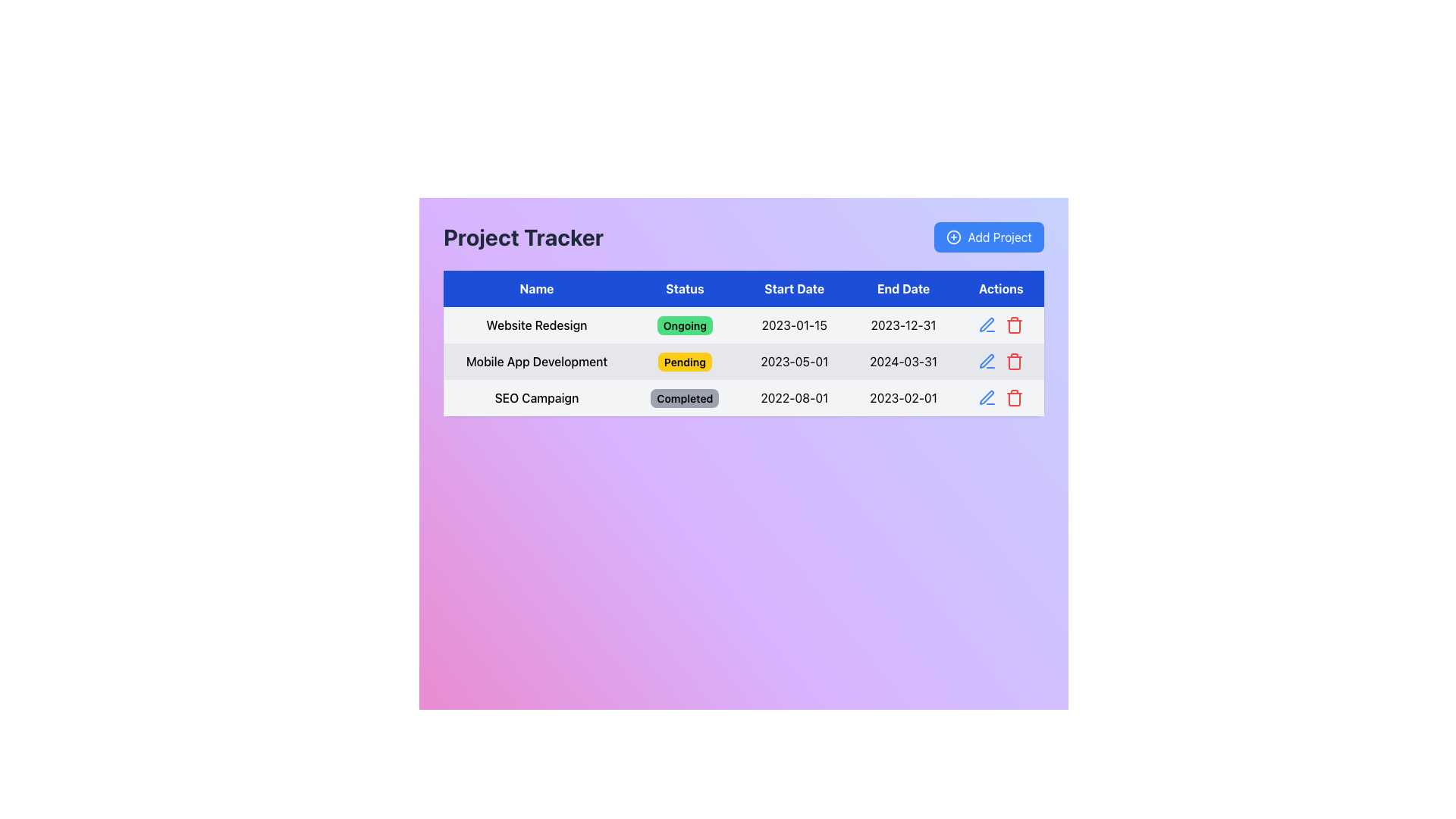 Image resolution: width=1456 pixels, height=819 pixels. What do you see at coordinates (1001, 362) in the screenshot?
I see `the pencil and trash can icons in the Actions column of the Mobile App Development project table row` at bounding box center [1001, 362].